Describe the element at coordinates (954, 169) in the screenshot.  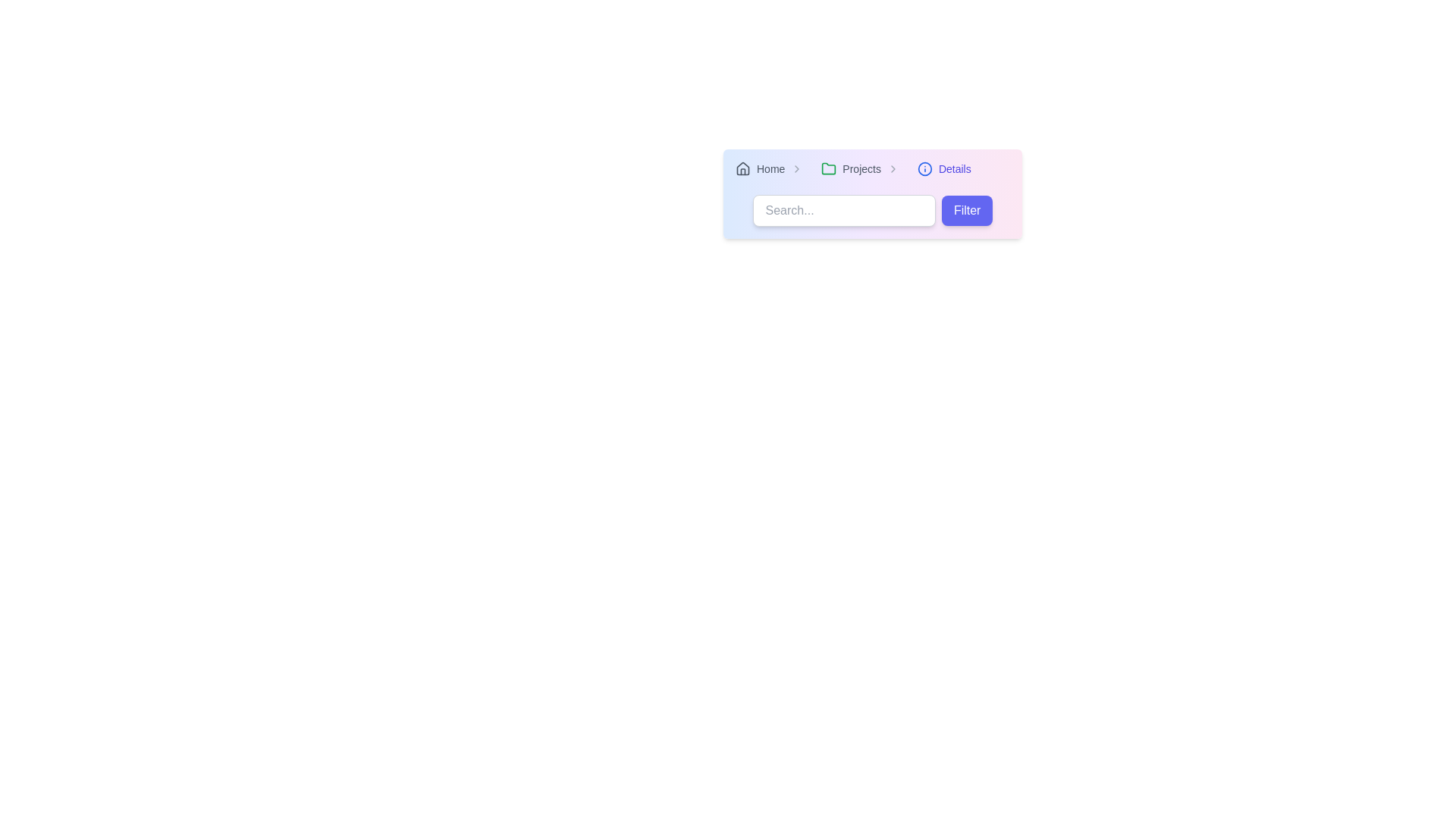
I see `the 'Details' text label styled in blue color located in the breadcrumbs navigation section, following the info icon` at that location.